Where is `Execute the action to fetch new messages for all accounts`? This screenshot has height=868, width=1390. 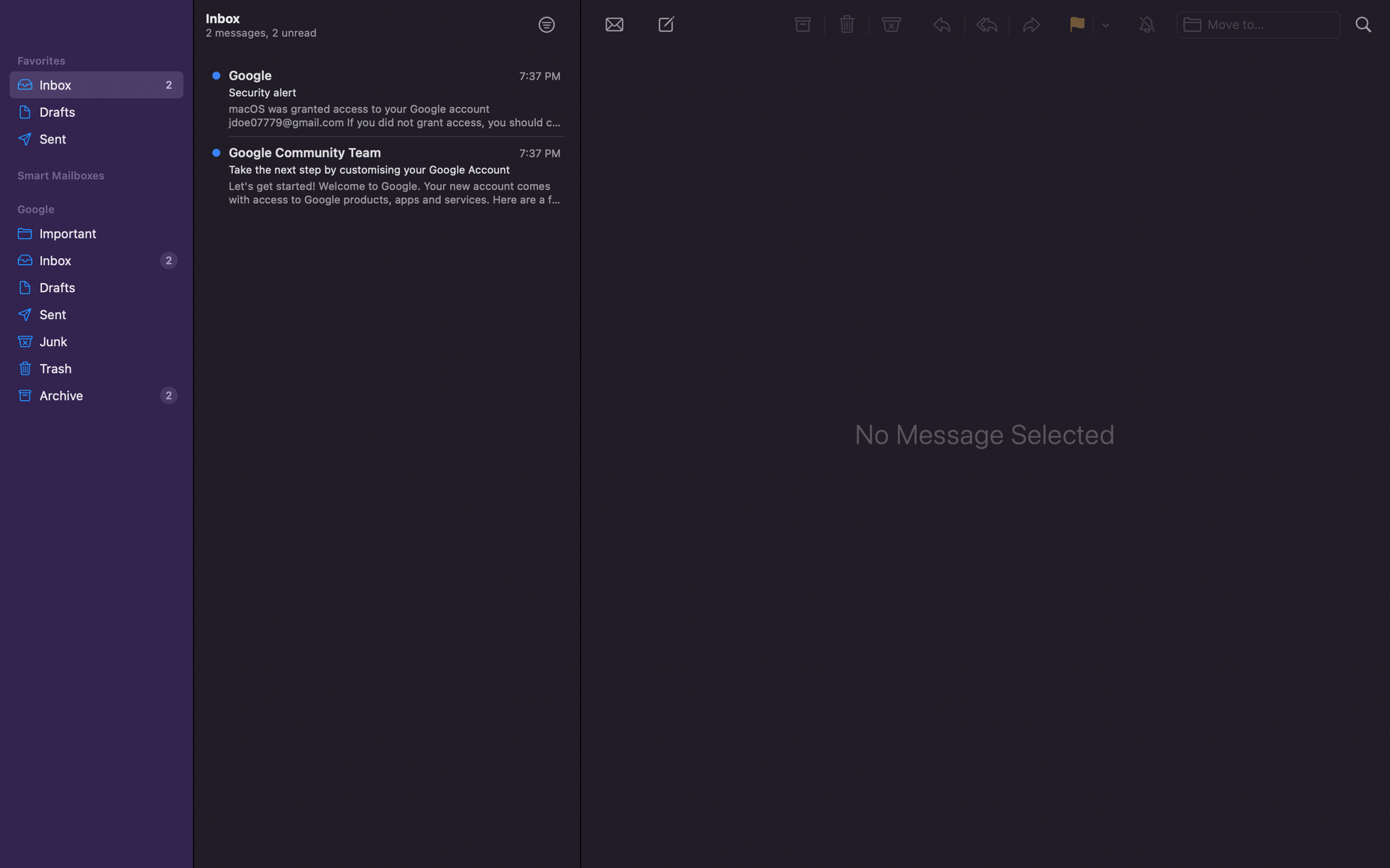
Execute the action to fetch new messages for all accounts is located at coordinates (613, 24).